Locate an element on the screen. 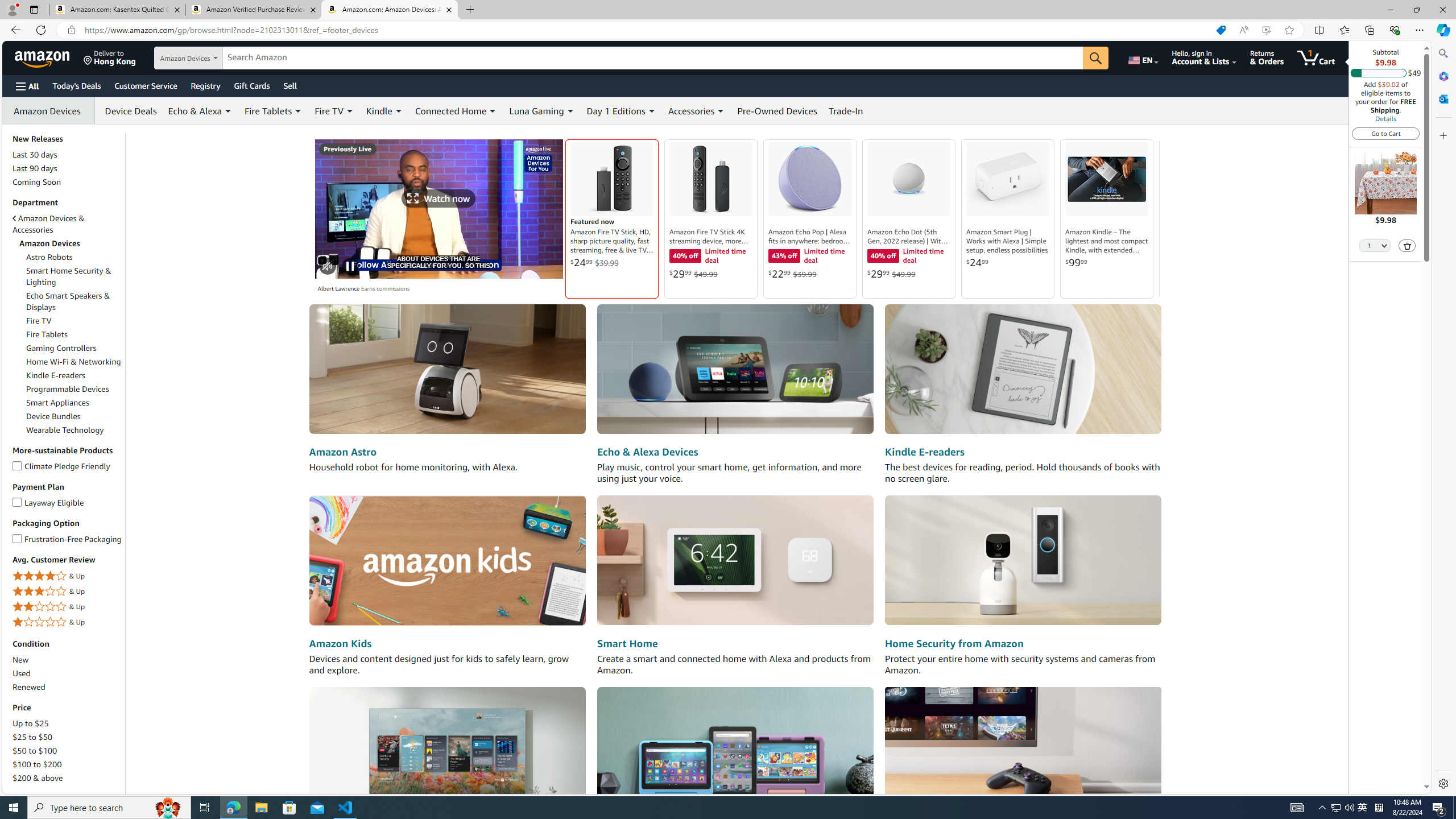 This screenshot has height=819, width=1456. 'Customer Service' is located at coordinates (146, 85).